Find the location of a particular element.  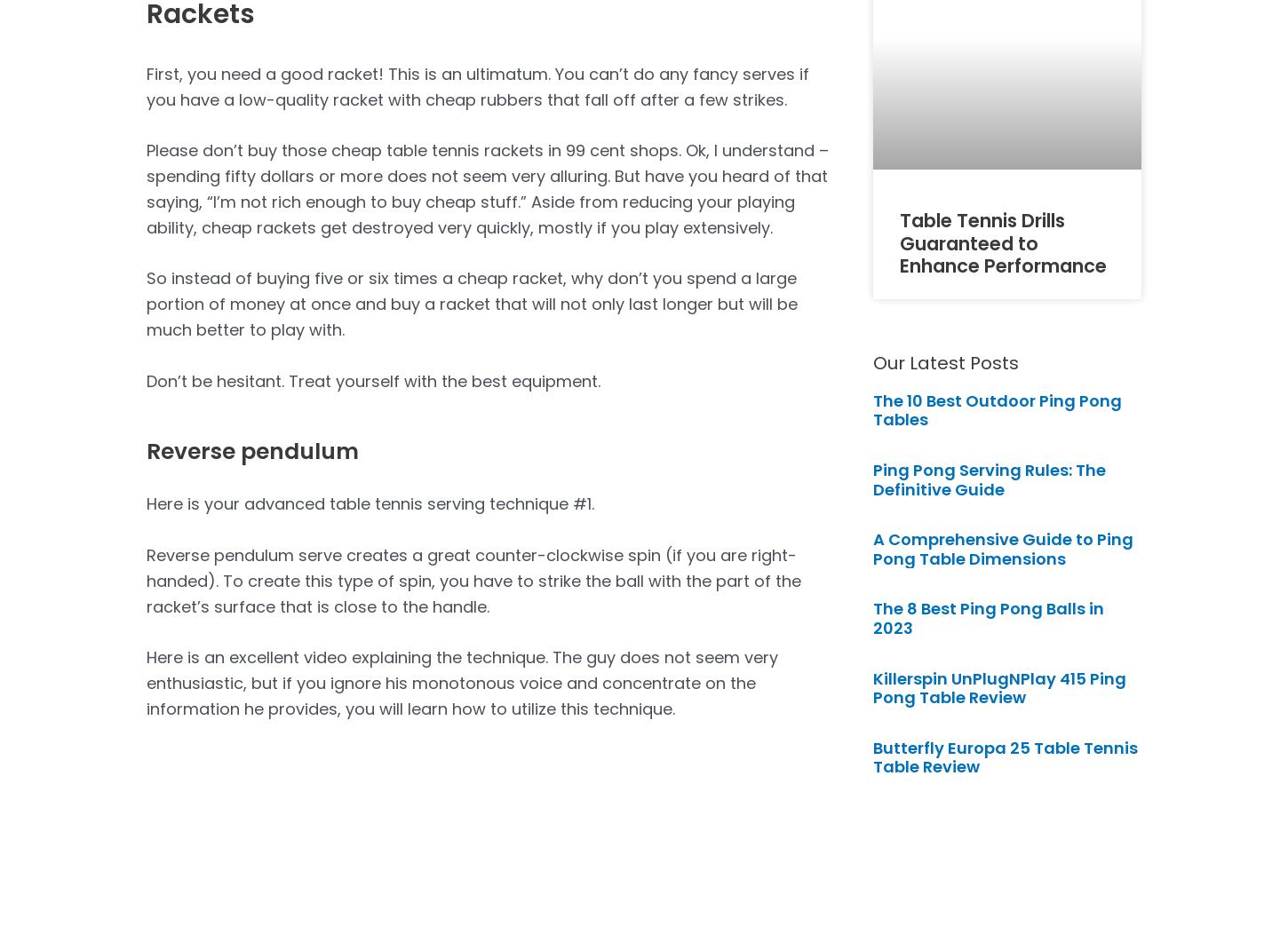

'Reverse pendulum' is located at coordinates (252, 451).